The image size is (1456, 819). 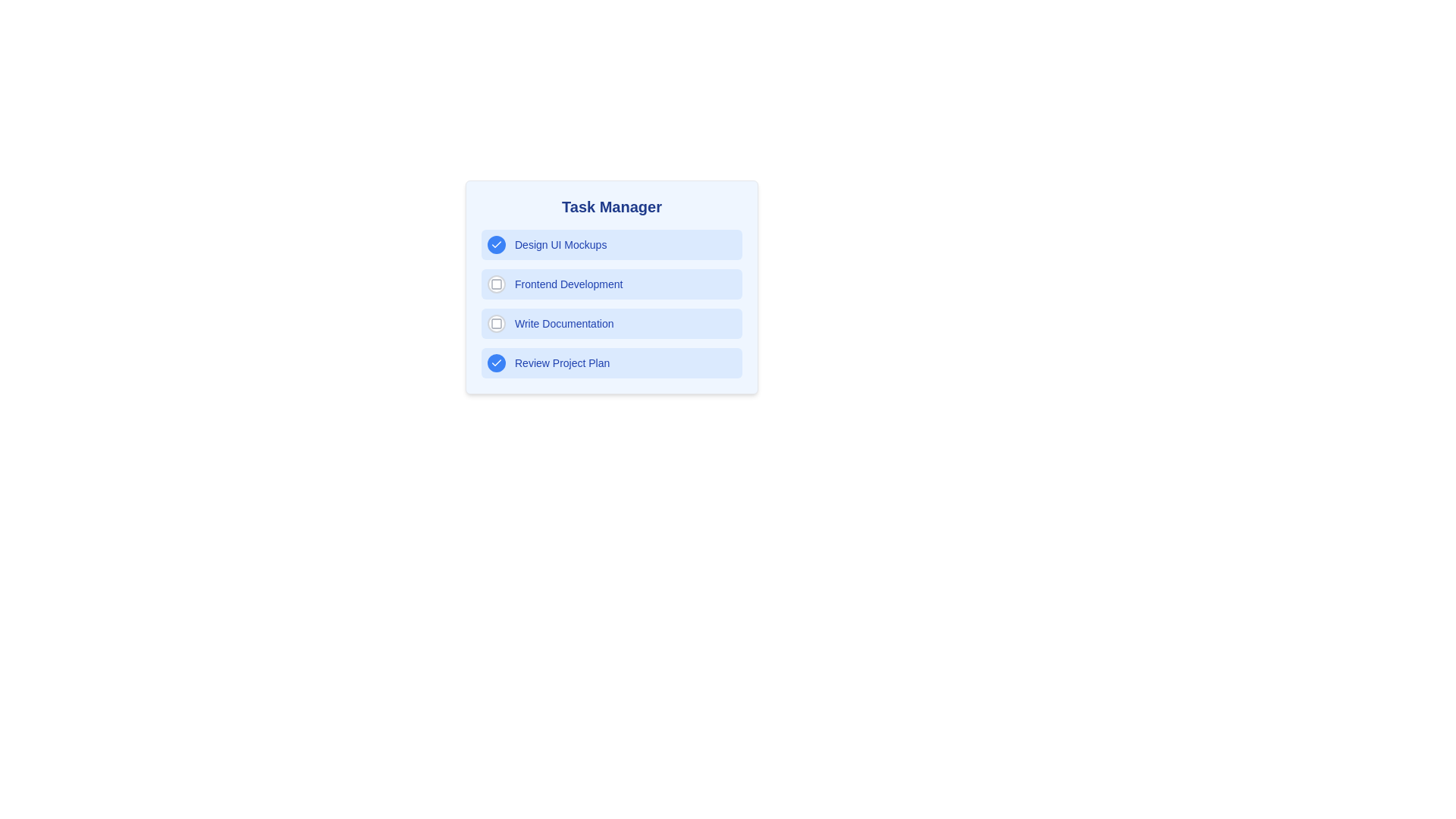 What do you see at coordinates (568, 284) in the screenshot?
I see `the task label corresponding to Frontend Development` at bounding box center [568, 284].